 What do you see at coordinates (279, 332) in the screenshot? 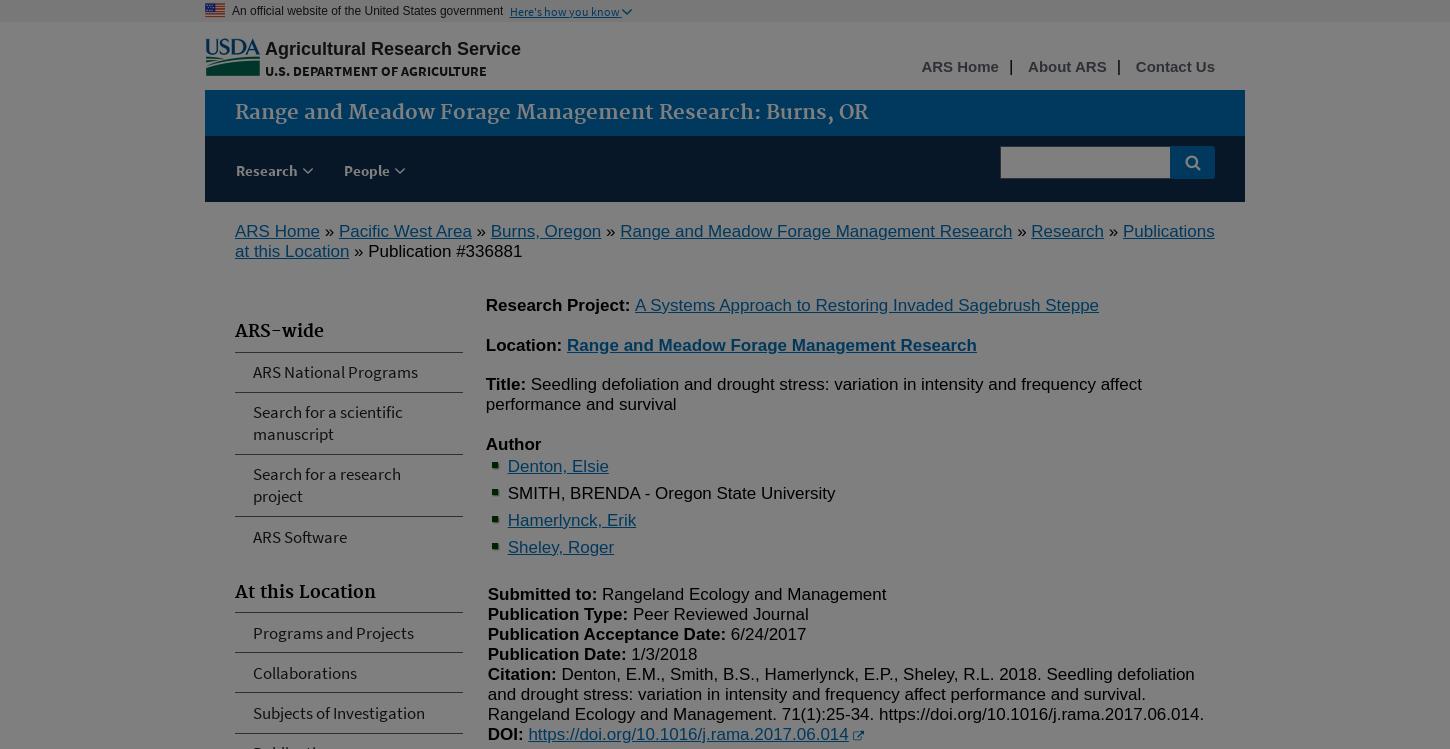
I see `'ARS-wide'` at bounding box center [279, 332].